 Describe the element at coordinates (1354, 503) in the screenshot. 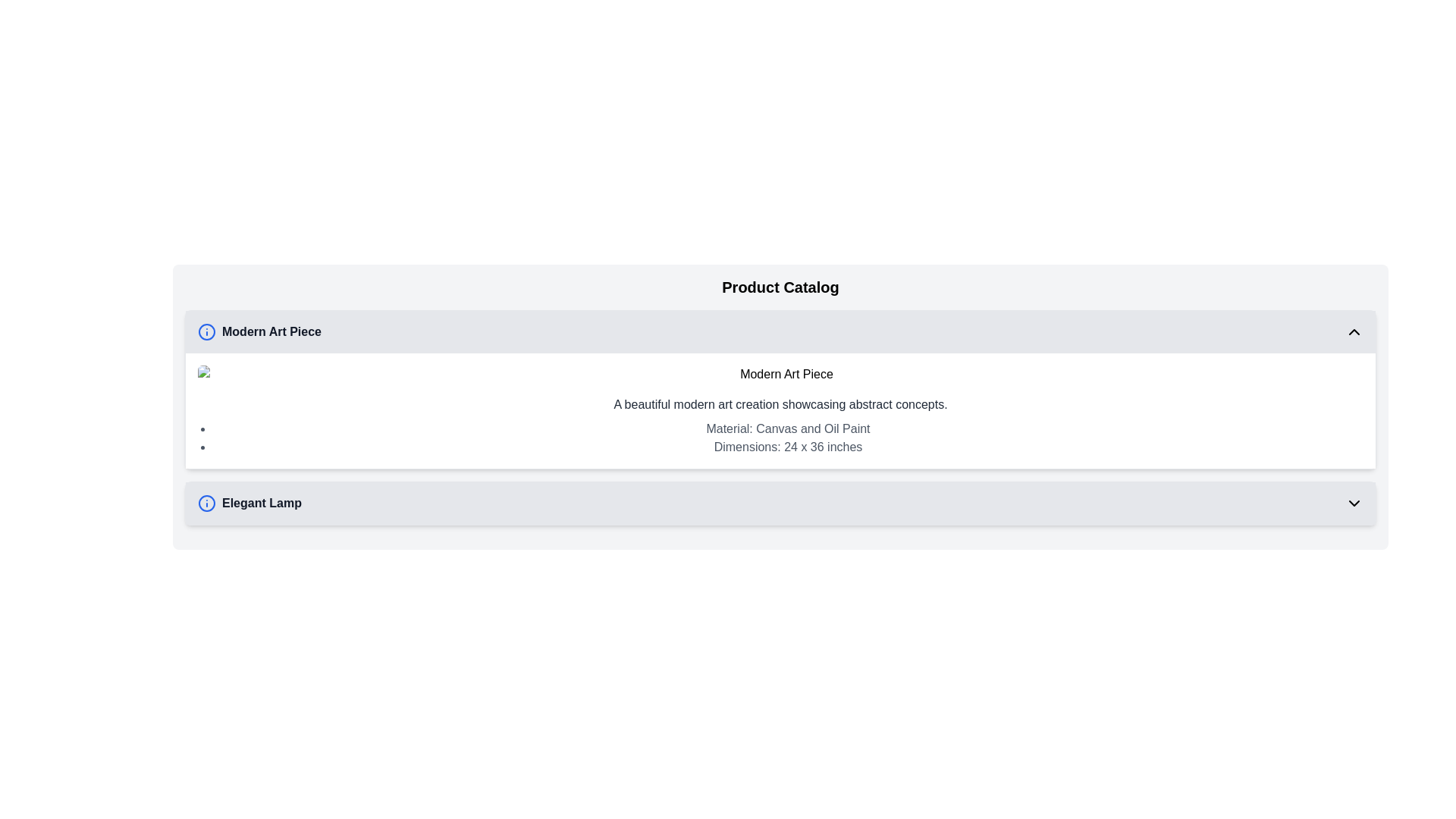

I see `the downward-facing chevron icon located on the right edge of the 'Elegant Lamp' section` at that location.